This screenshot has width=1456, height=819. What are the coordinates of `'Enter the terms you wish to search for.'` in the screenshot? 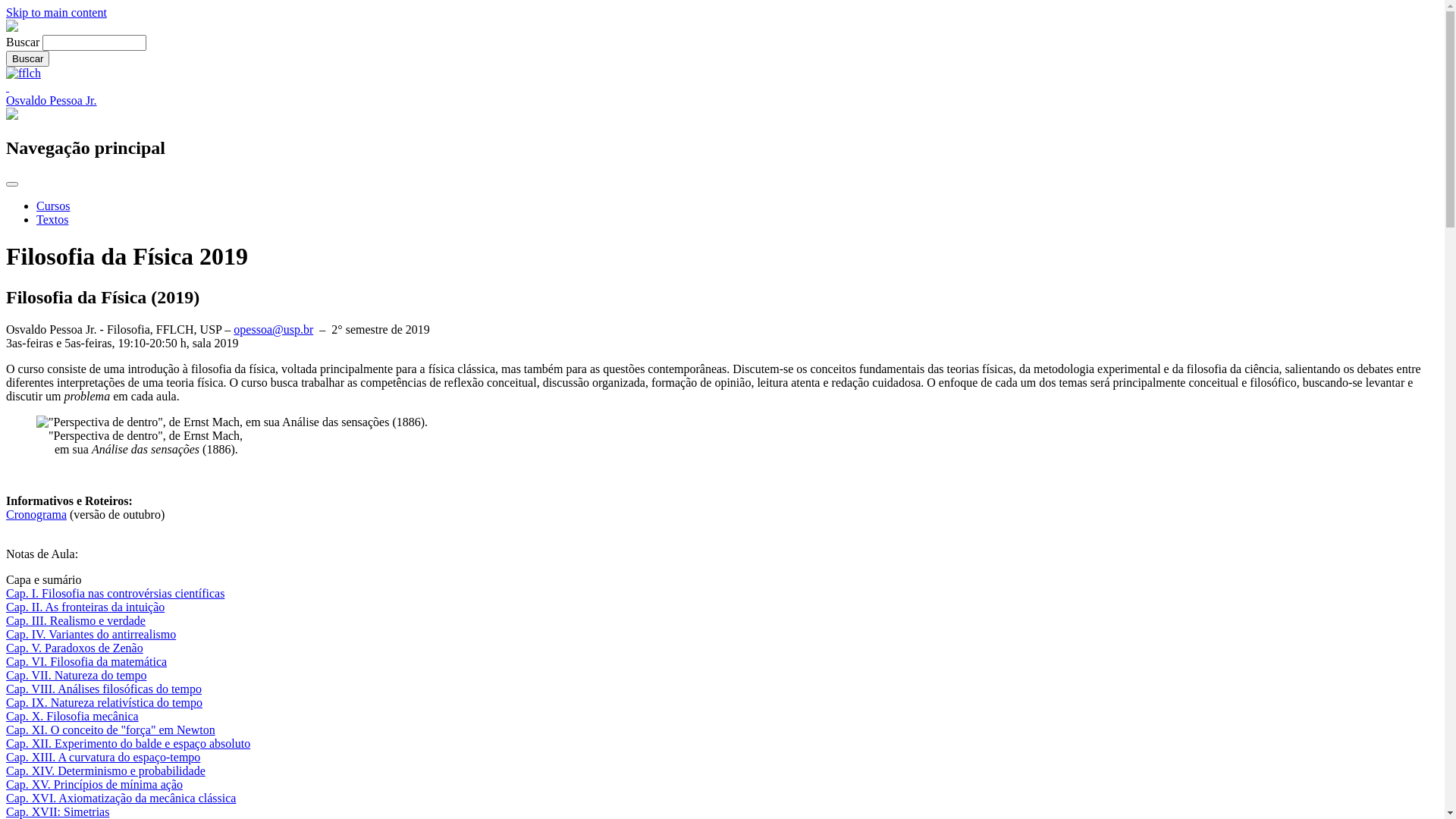 It's located at (93, 42).